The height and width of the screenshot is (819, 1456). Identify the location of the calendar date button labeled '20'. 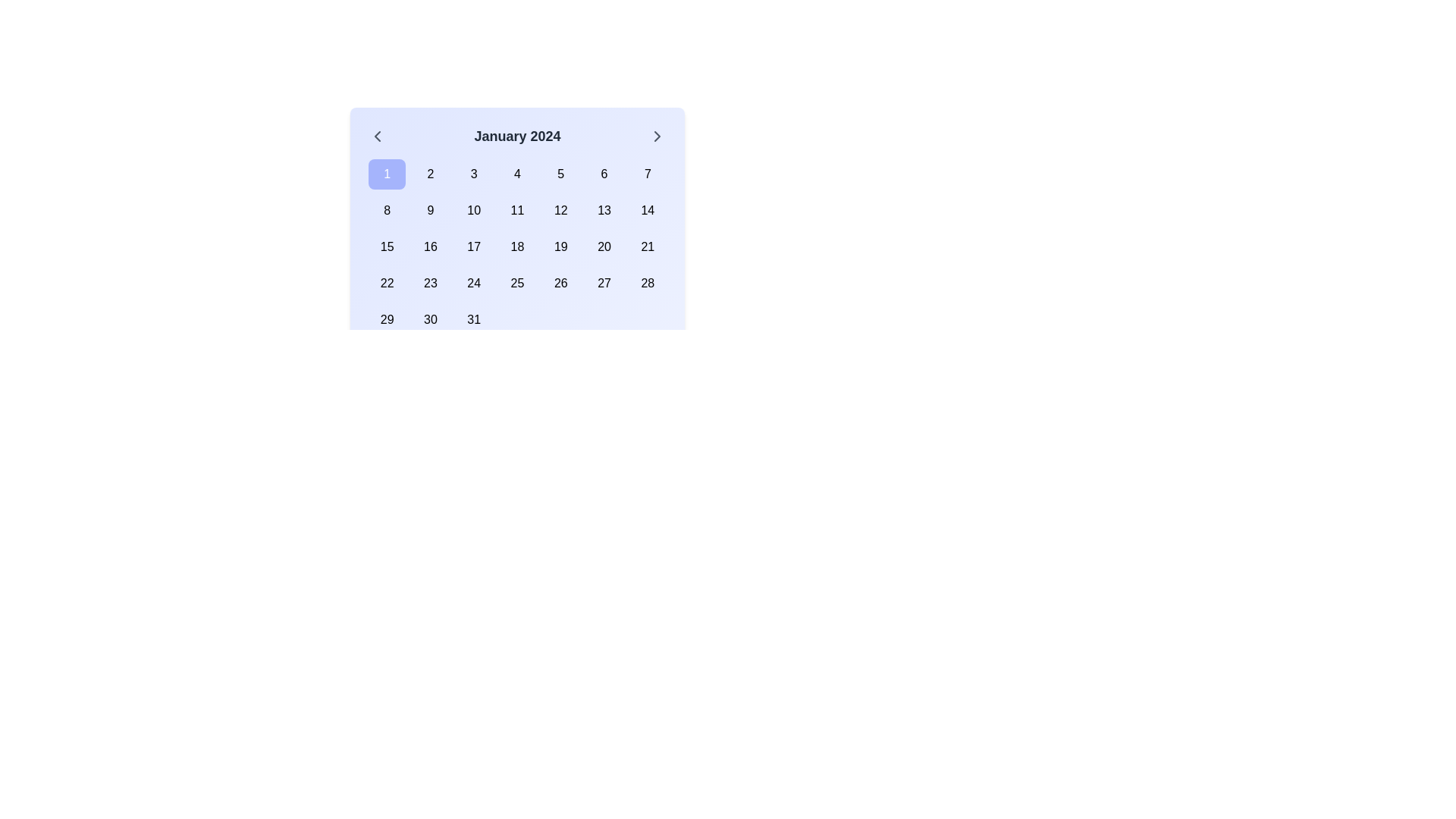
(603, 246).